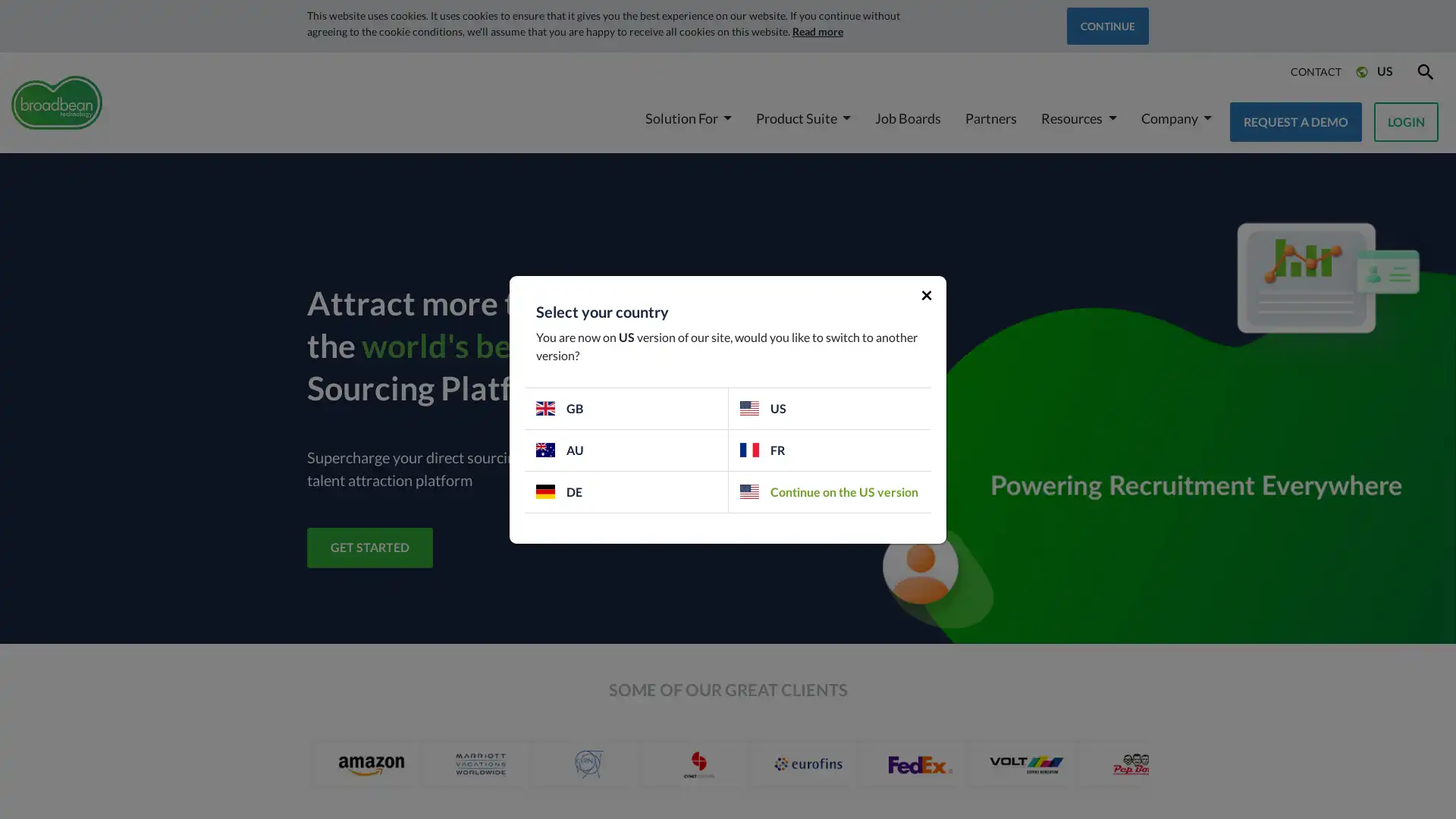 This screenshot has height=819, width=1456. What do you see at coordinates (926, 293) in the screenshot?
I see `Close` at bounding box center [926, 293].